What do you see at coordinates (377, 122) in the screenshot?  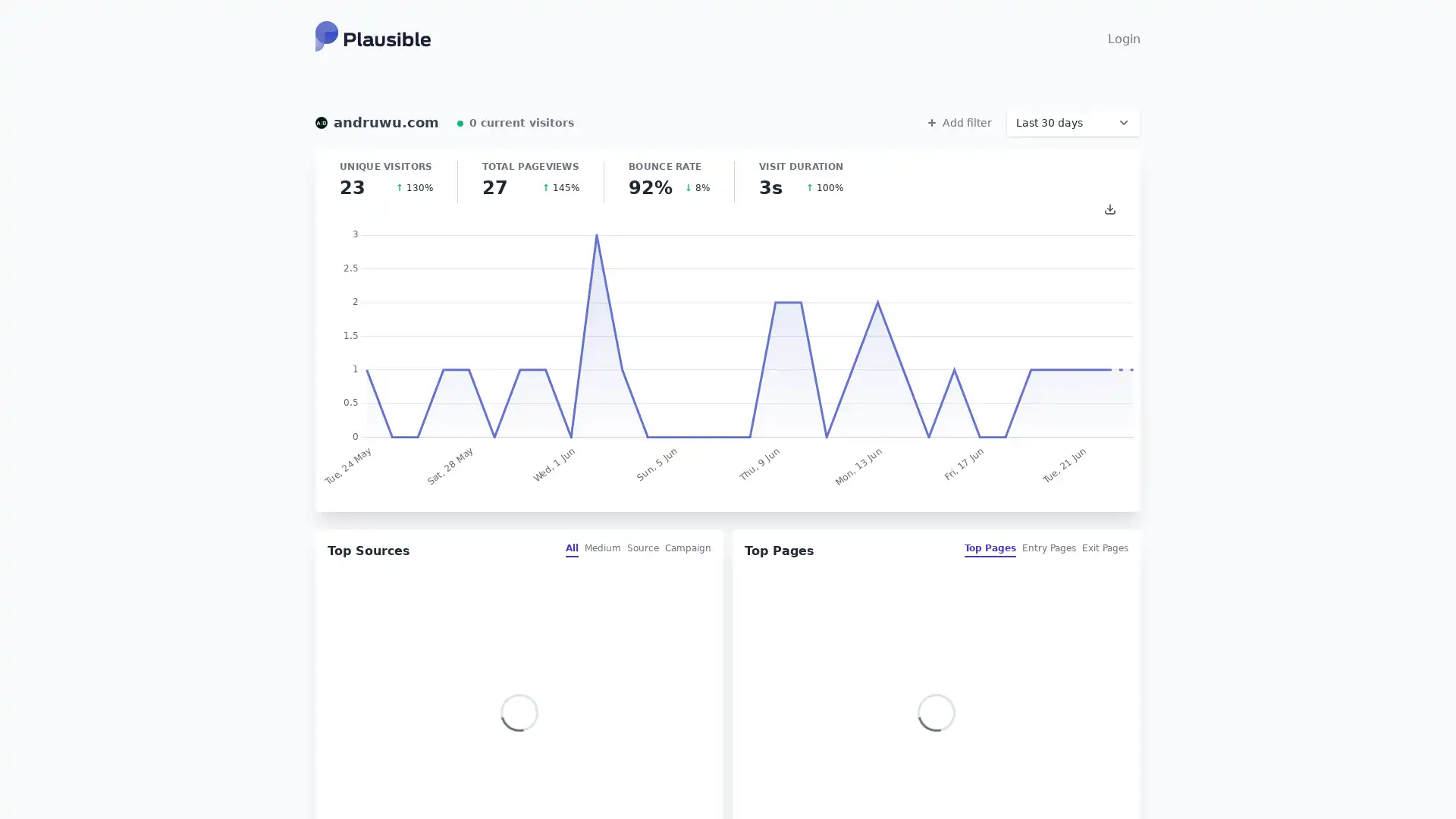 I see `andruwu.com` at bounding box center [377, 122].